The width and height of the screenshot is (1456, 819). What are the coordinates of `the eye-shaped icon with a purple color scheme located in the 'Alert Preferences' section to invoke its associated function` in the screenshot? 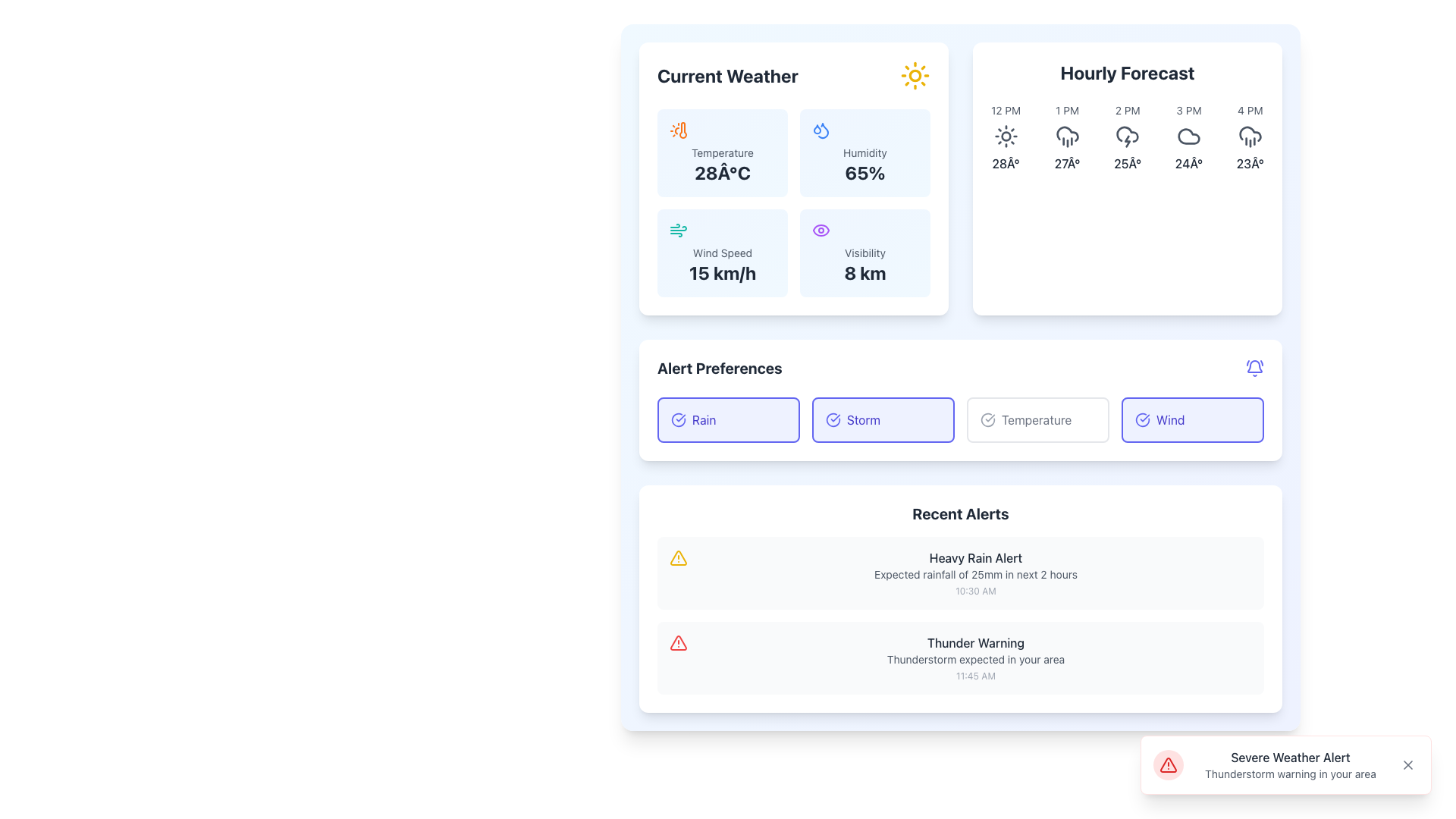 It's located at (821, 231).